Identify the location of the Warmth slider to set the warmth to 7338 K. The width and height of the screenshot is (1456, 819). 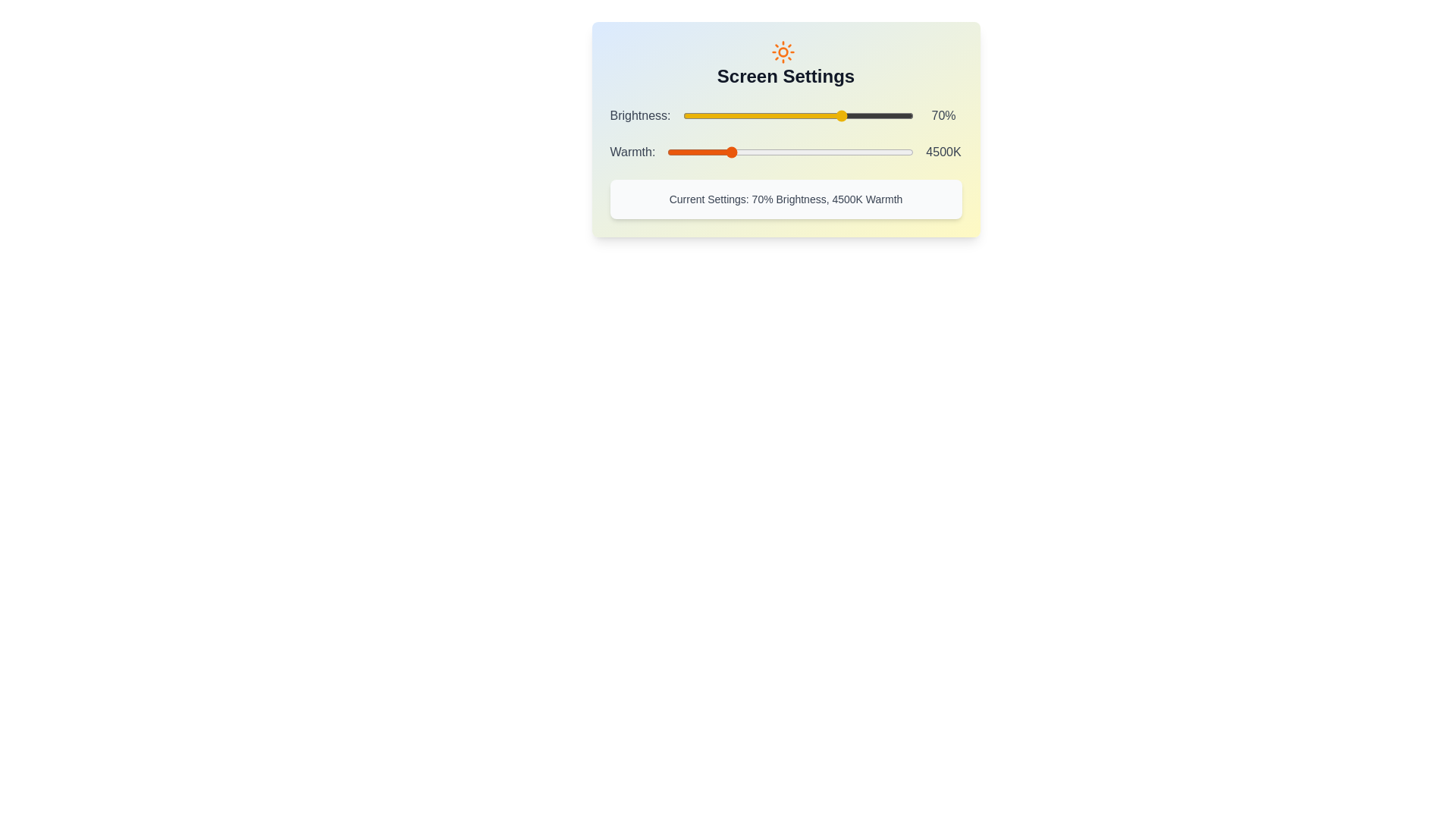
(844, 152).